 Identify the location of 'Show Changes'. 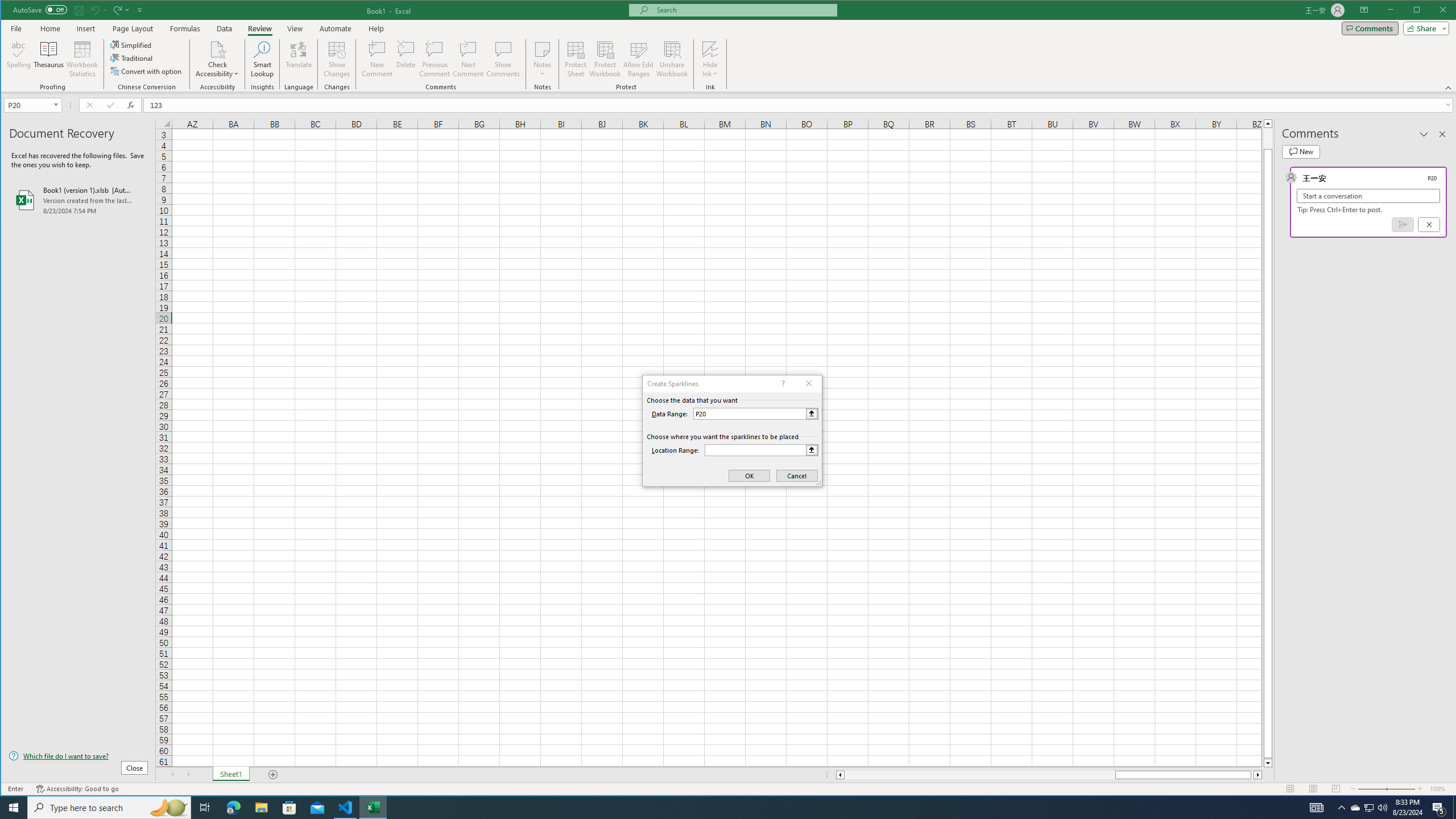
(336, 59).